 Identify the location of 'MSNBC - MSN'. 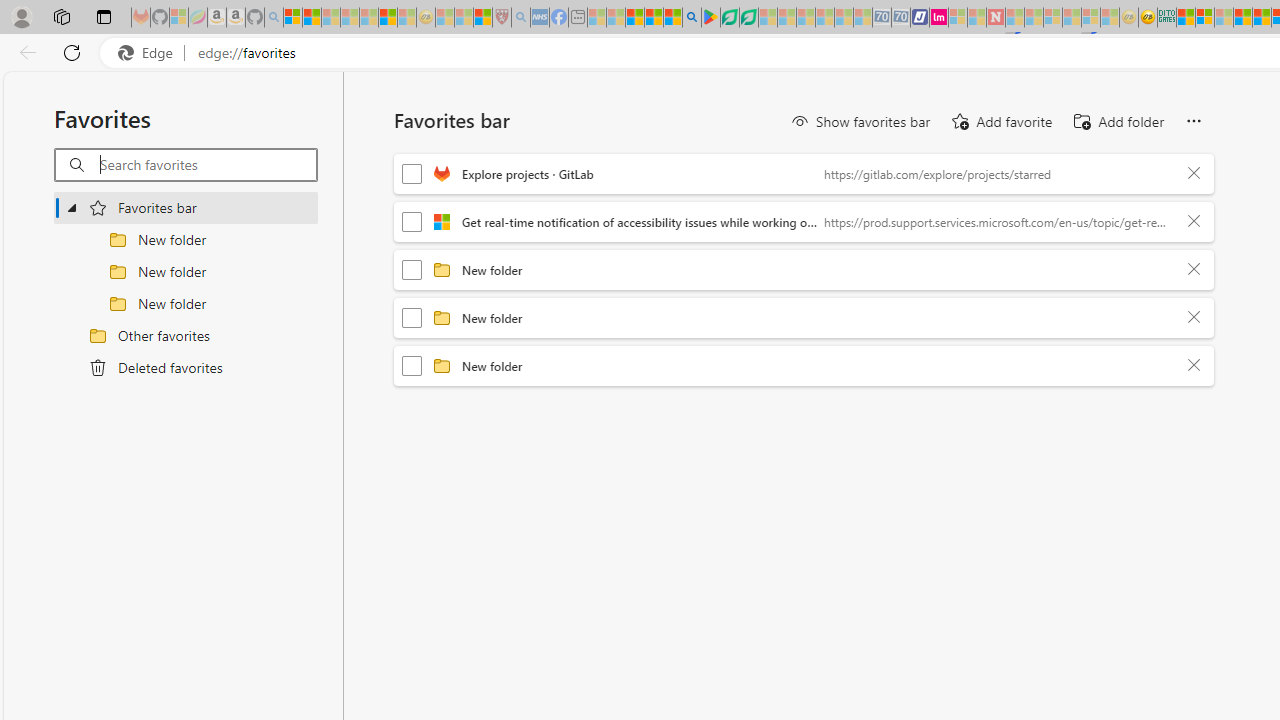
(1185, 17).